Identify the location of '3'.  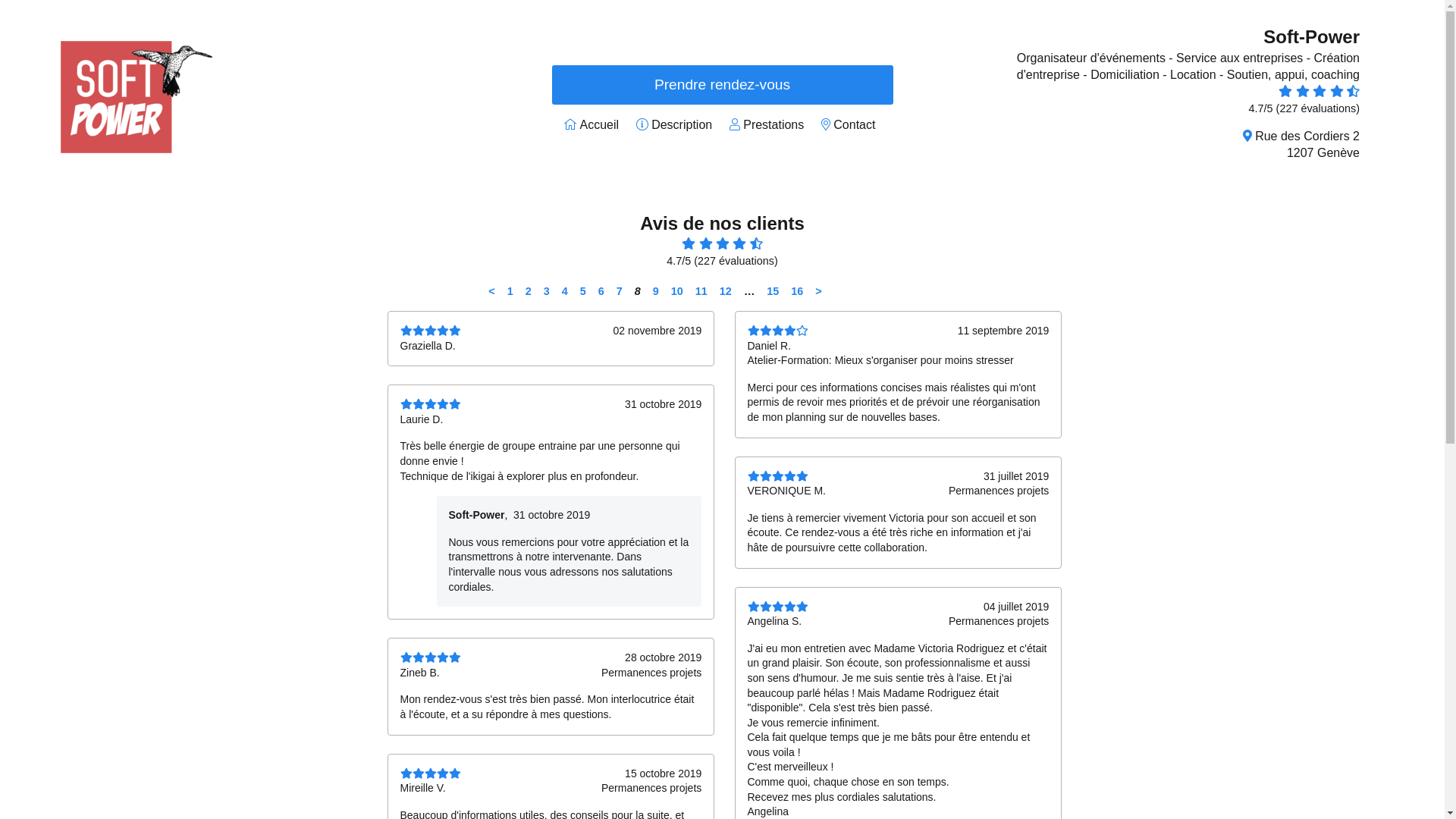
(546, 291).